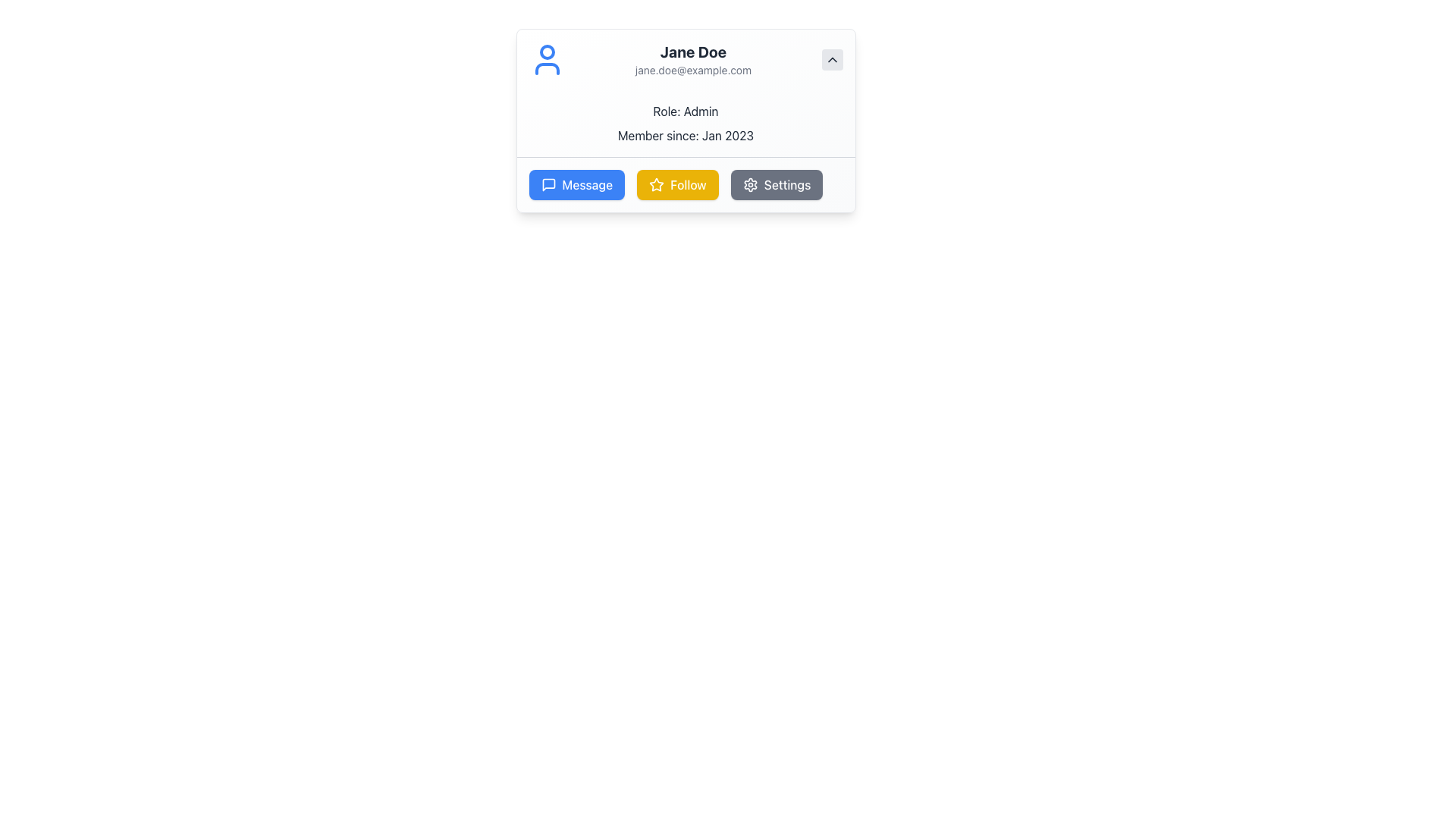 Image resolution: width=1456 pixels, height=819 pixels. I want to click on the settings icon located in the lower-right corner of the user card interface, so click(750, 184).